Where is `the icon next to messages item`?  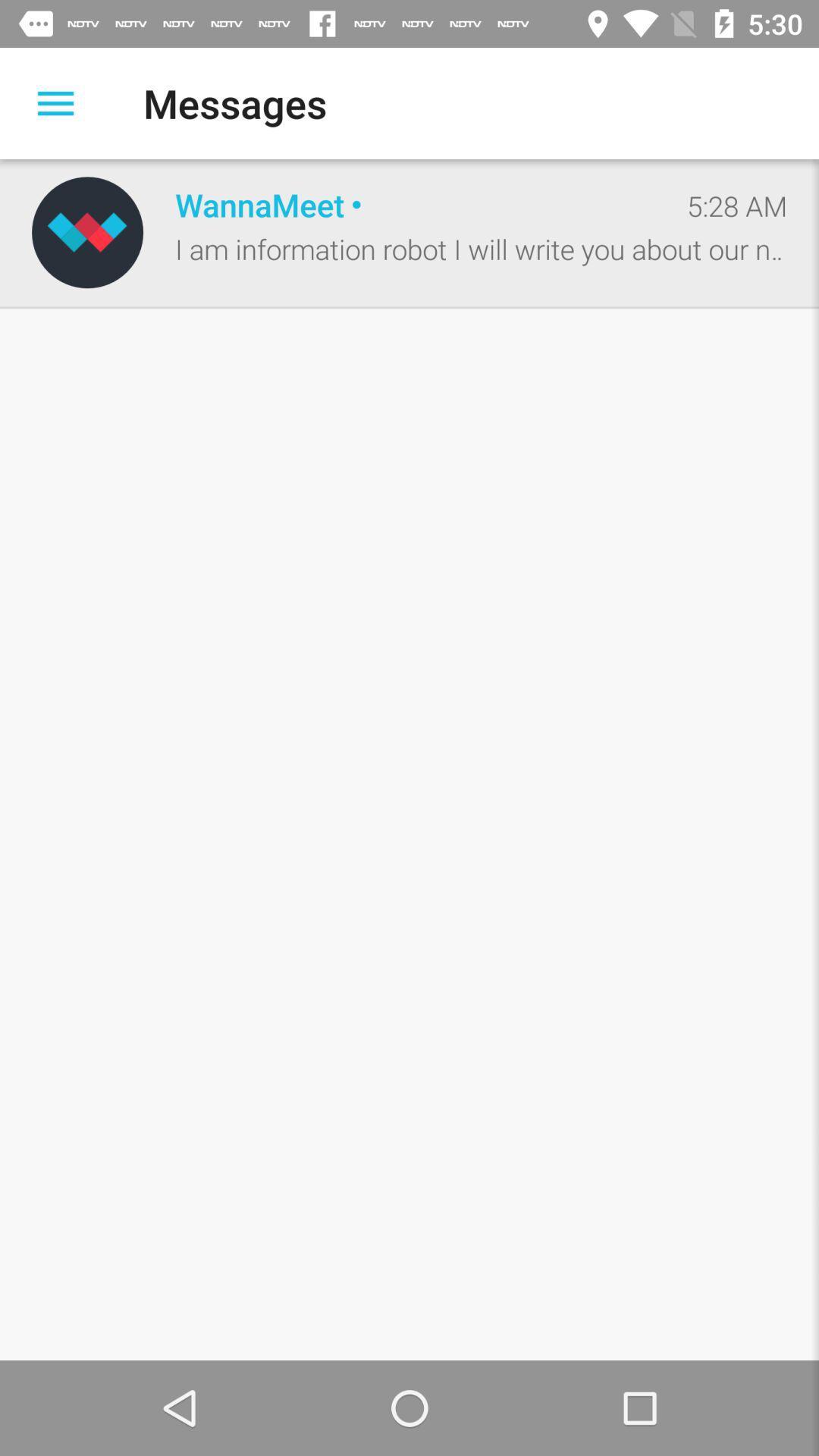 the icon next to messages item is located at coordinates (55, 102).